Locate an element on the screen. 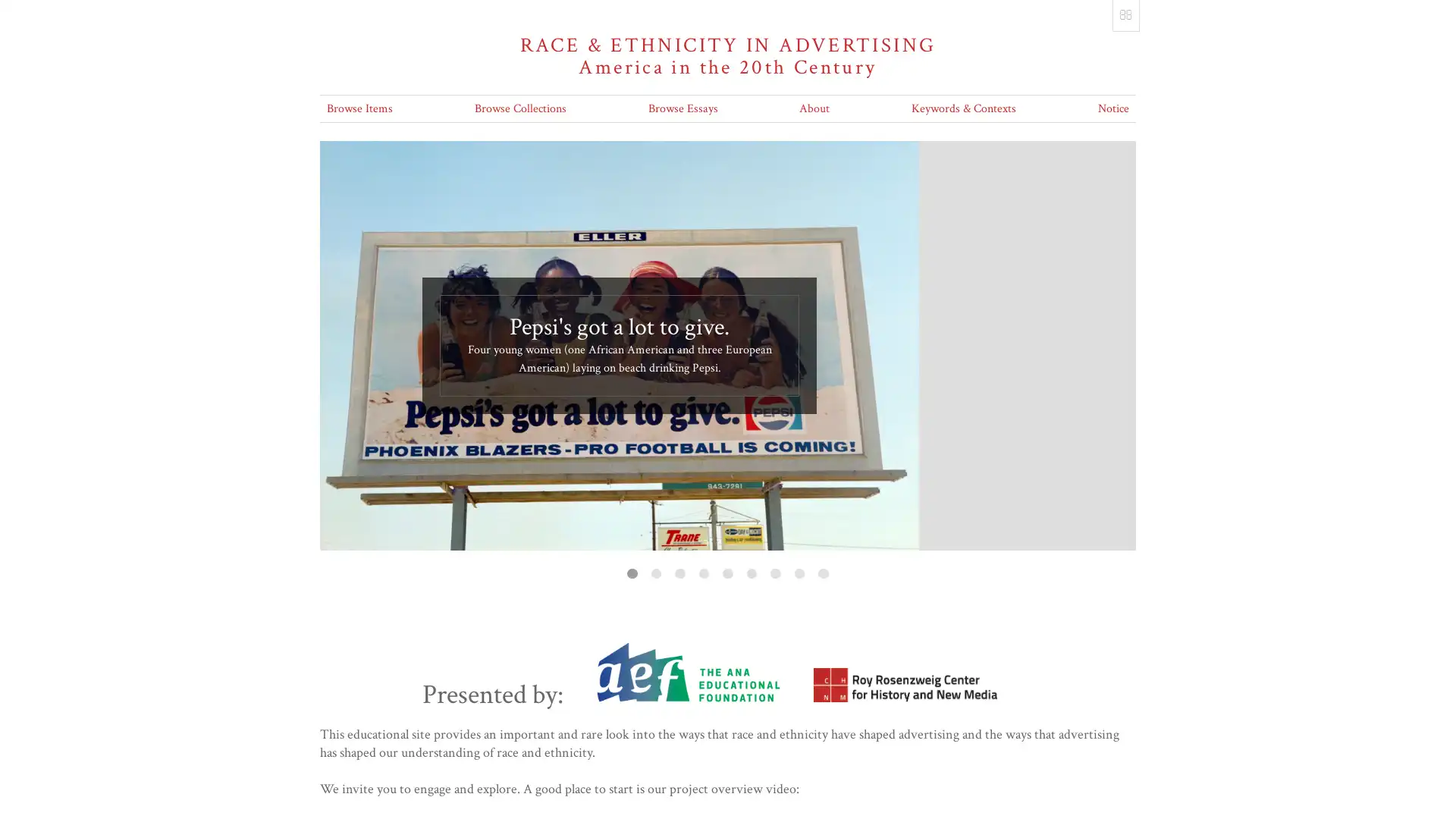 This screenshot has width=1456, height=819. 5 is located at coordinates (726, 573).